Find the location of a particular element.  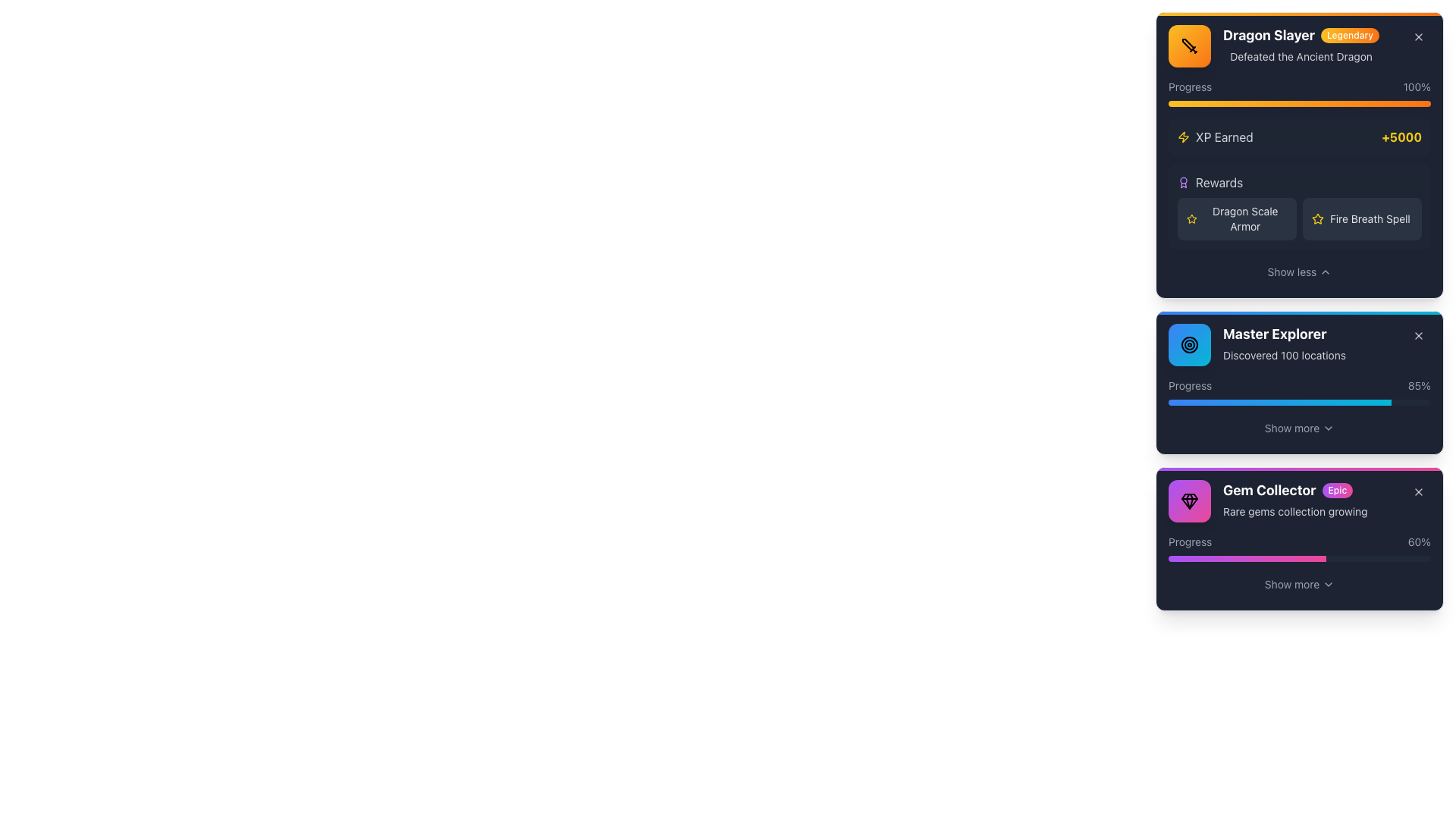

the 'Progress' text label, which is styled in a small, gray font and positioned to the left of the percentage indicator '100%' within a card-like section is located at coordinates (1189, 87).